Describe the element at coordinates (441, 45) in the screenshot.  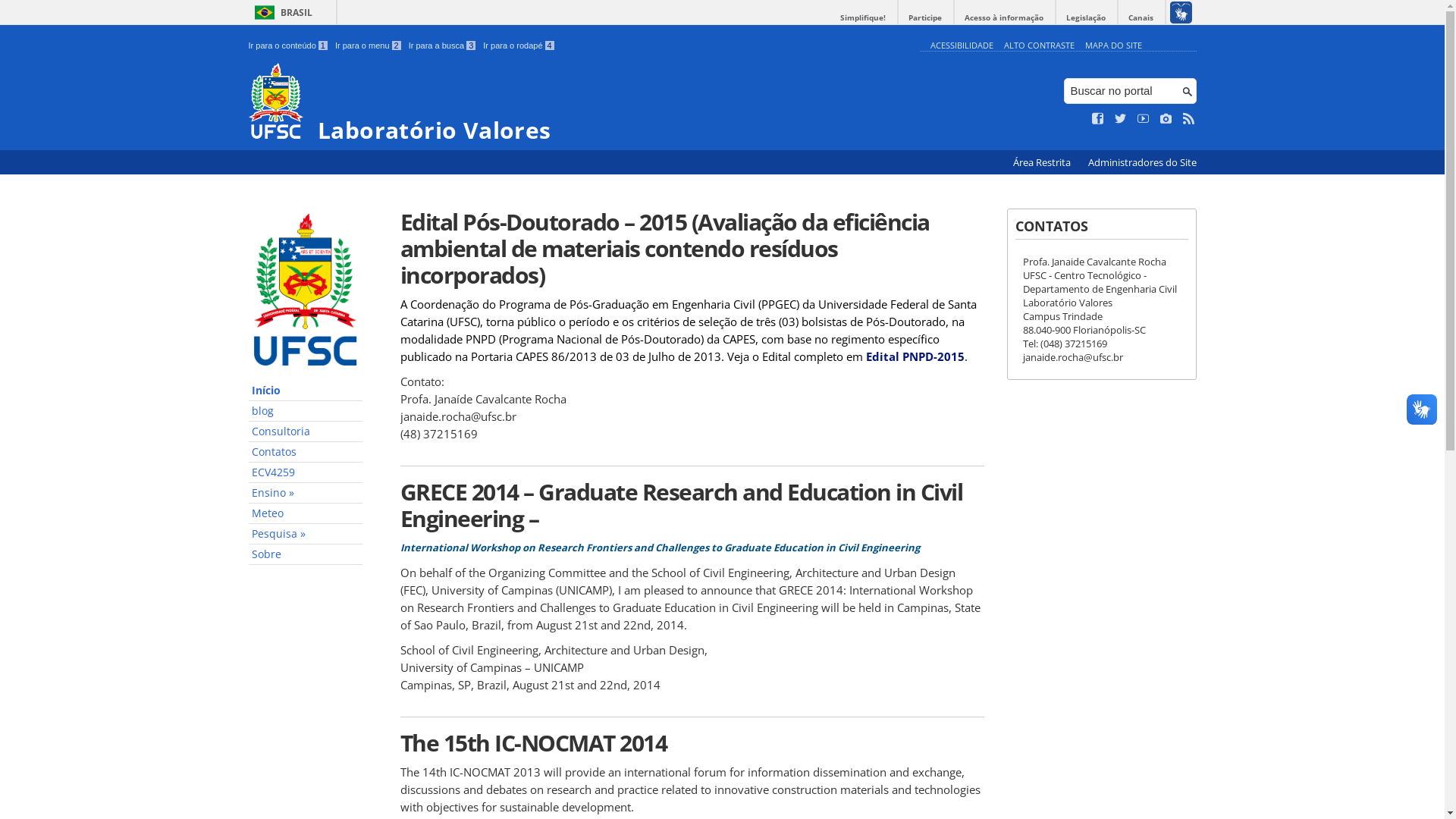
I see `'Ir para a busca 3'` at that location.